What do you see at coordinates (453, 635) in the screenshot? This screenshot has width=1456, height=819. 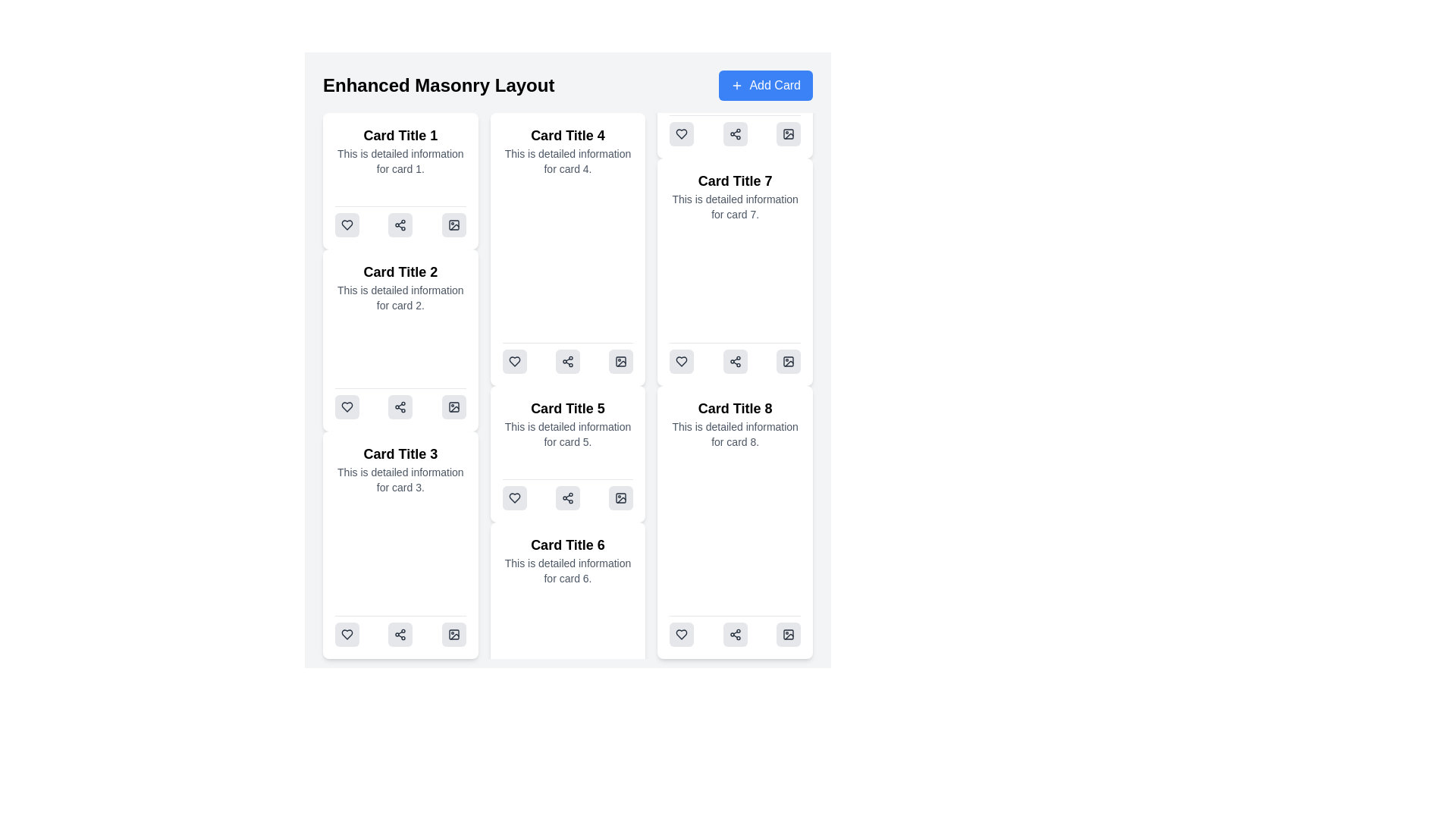 I see `the SVG-based icon located at the bottom-right corner of the card labeled 'Card Title 3'` at bounding box center [453, 635].